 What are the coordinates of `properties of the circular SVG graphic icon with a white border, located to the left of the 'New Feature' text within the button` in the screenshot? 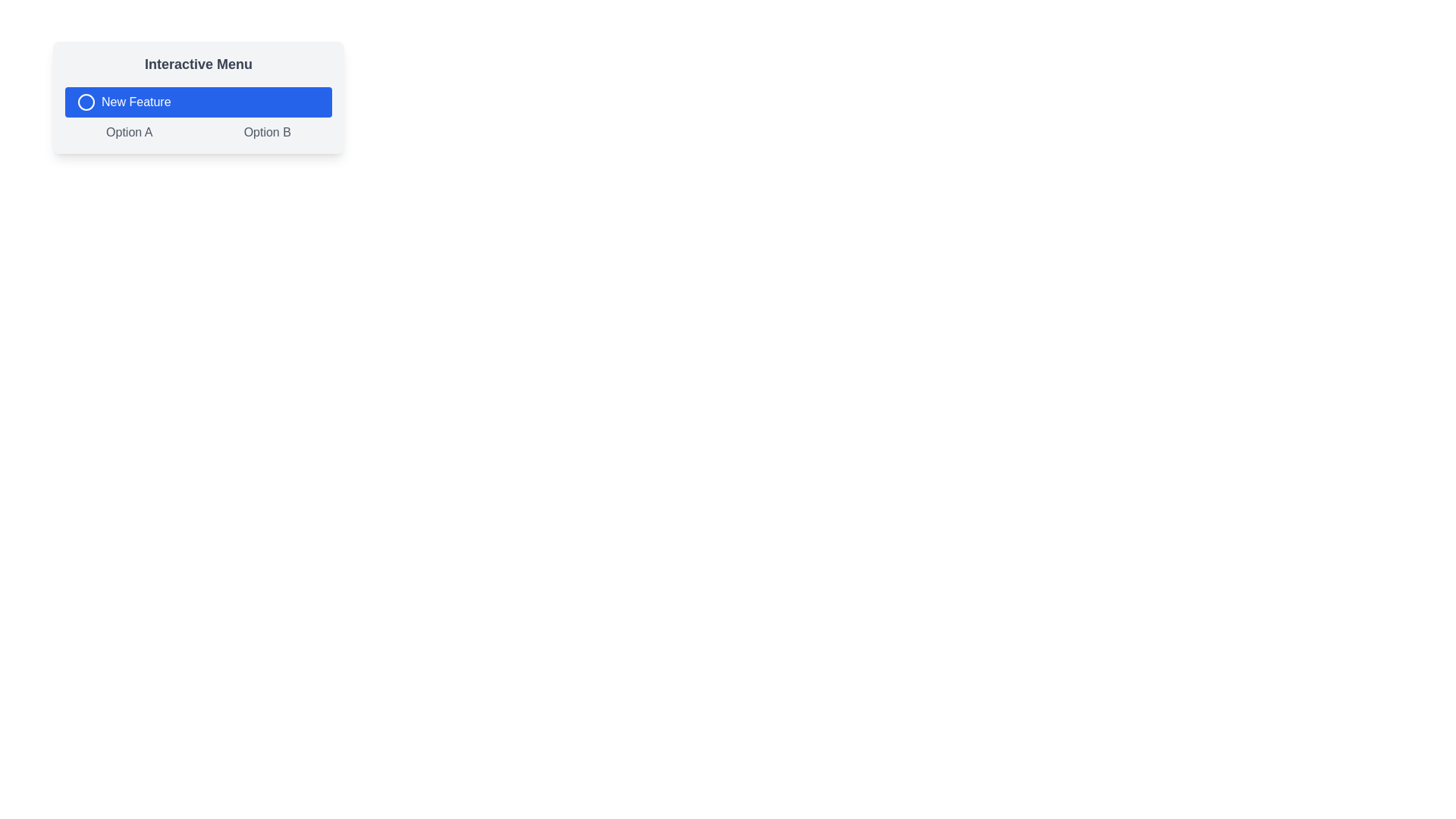 It's located at (86, 102).